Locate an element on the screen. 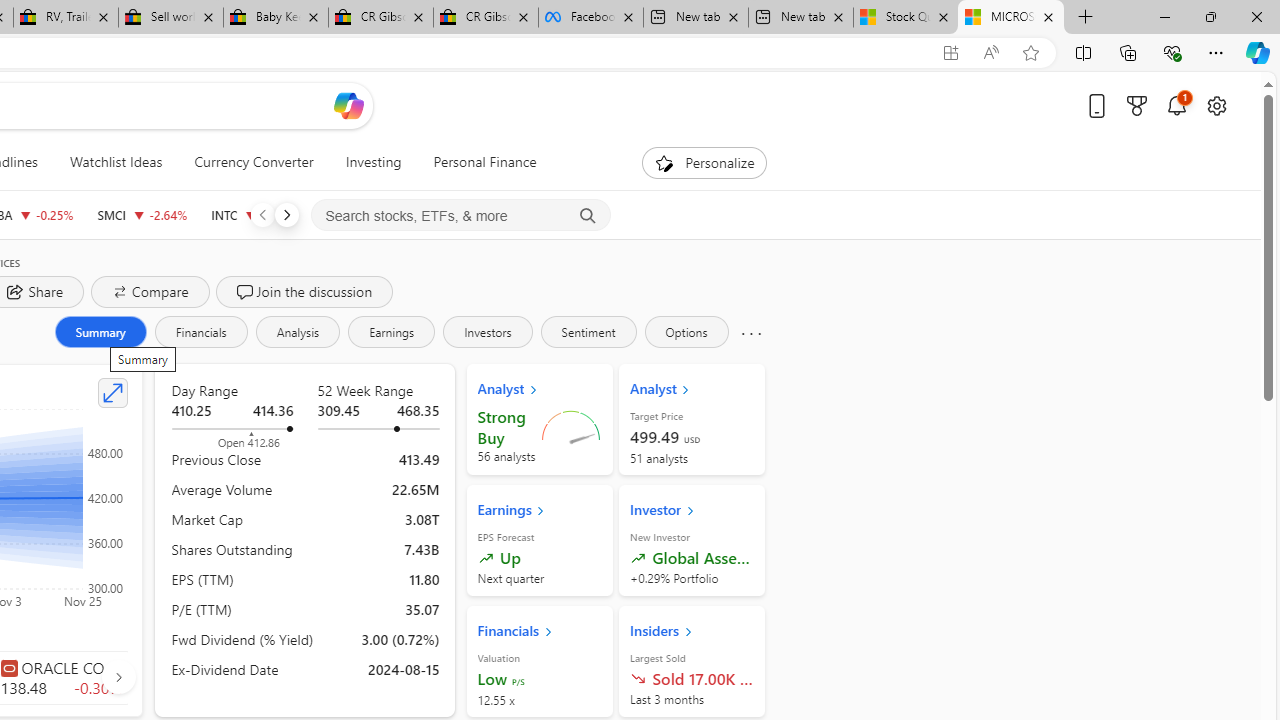 This screenshot has height=720, width=1280. 'AutomationID: finance_carousel_navi_arrow' is located at coordinates (117, 675).